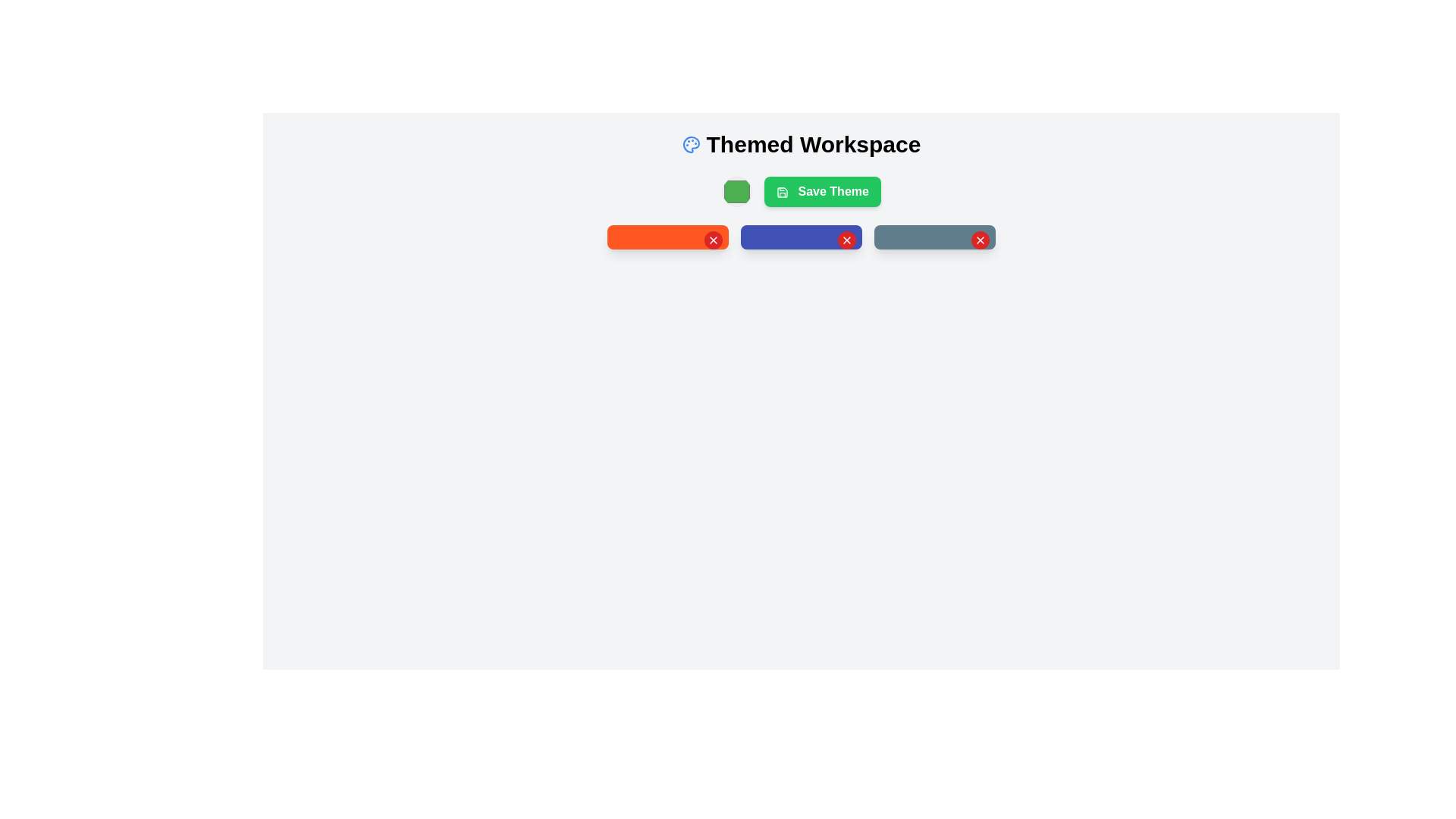  Describe the element at coordinates (800, 145) in the screenshot. I see `the header Text label located at the top center of the interface, which serves as the title for the UI section` at that location.